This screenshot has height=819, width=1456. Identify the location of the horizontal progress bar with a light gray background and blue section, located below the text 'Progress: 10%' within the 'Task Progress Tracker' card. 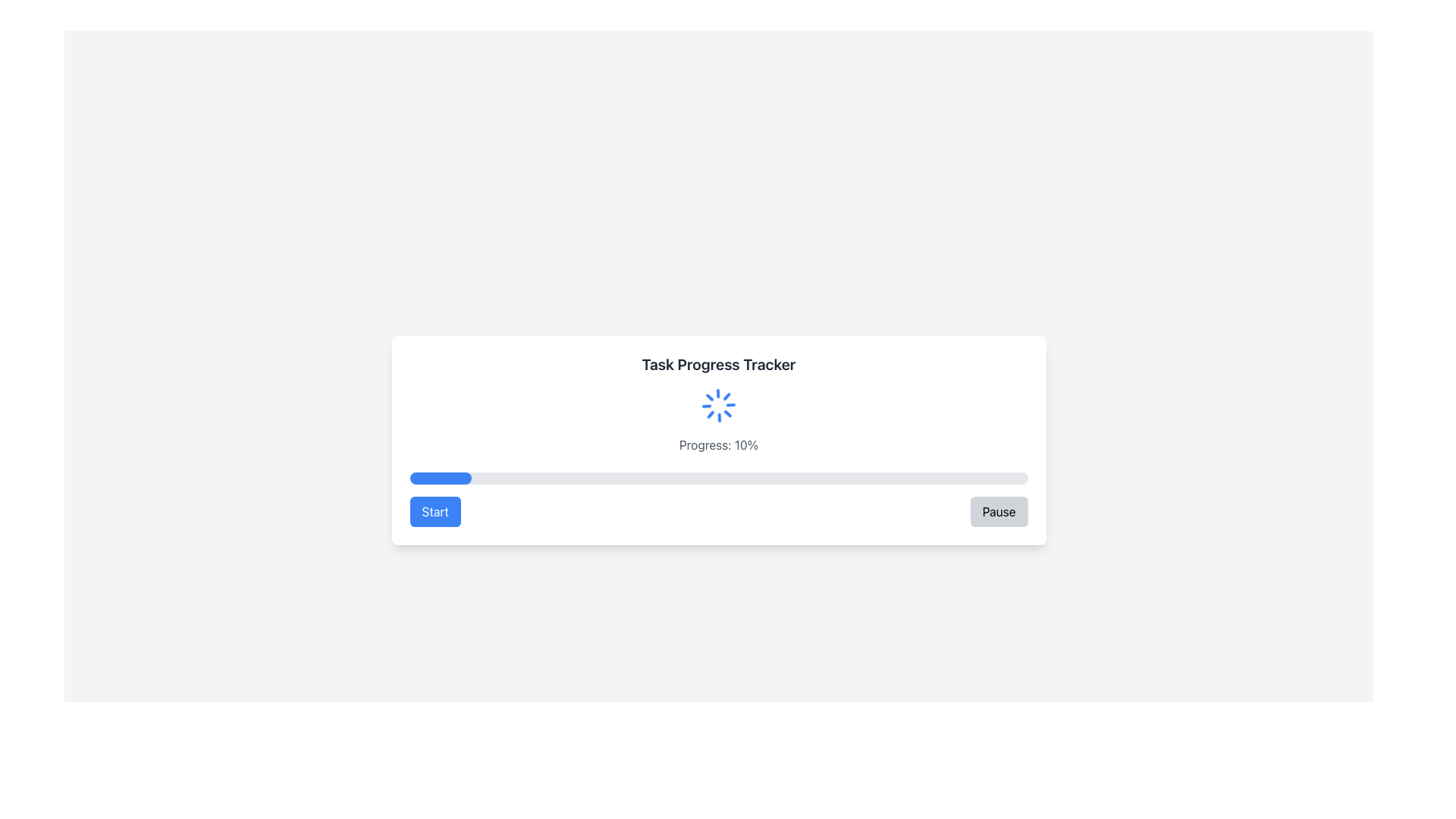
(718, 479).